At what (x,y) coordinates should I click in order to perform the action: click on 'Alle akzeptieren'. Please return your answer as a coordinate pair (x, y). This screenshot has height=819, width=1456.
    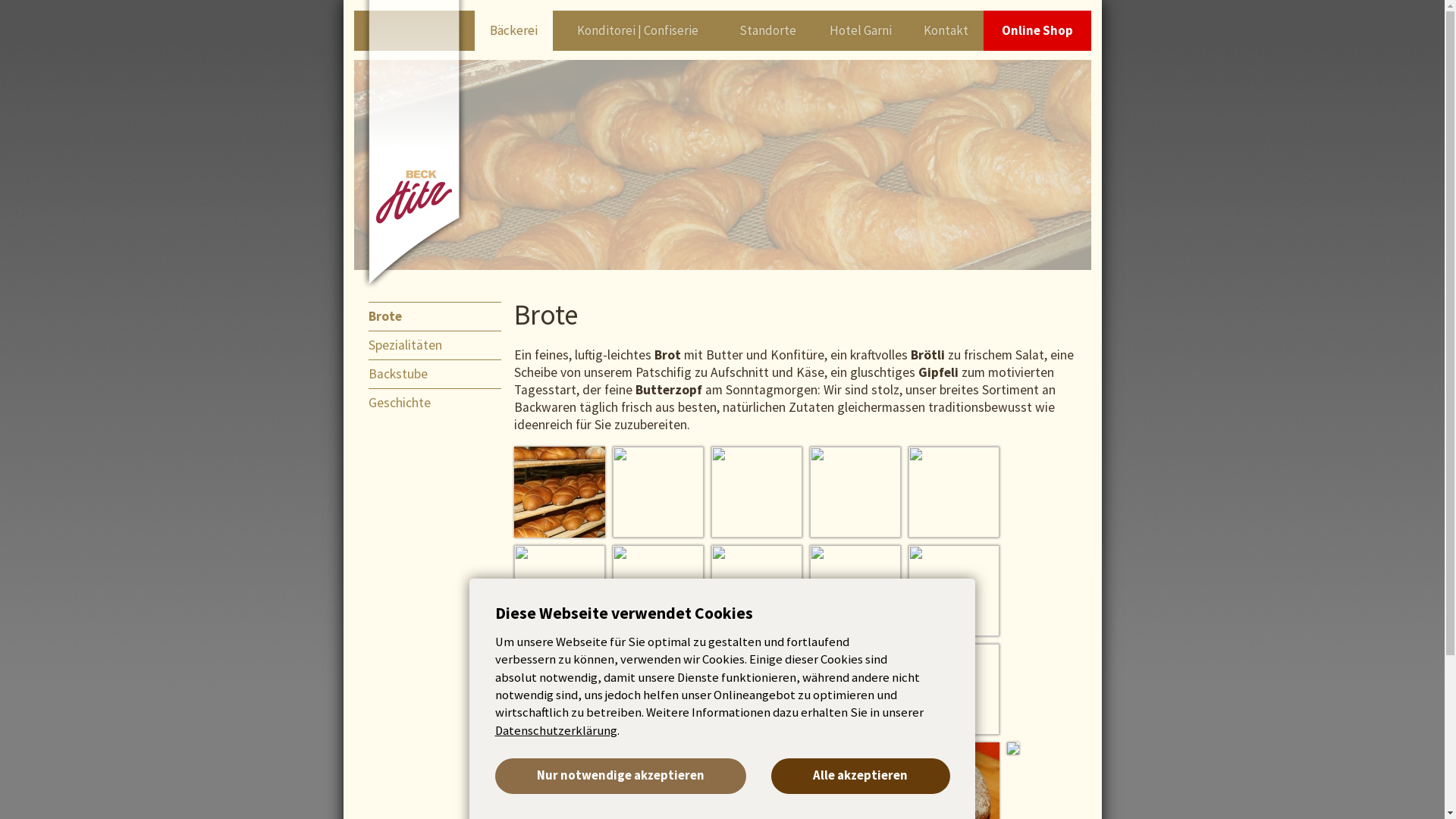
    Looking at the image, I should click on (860, 776).